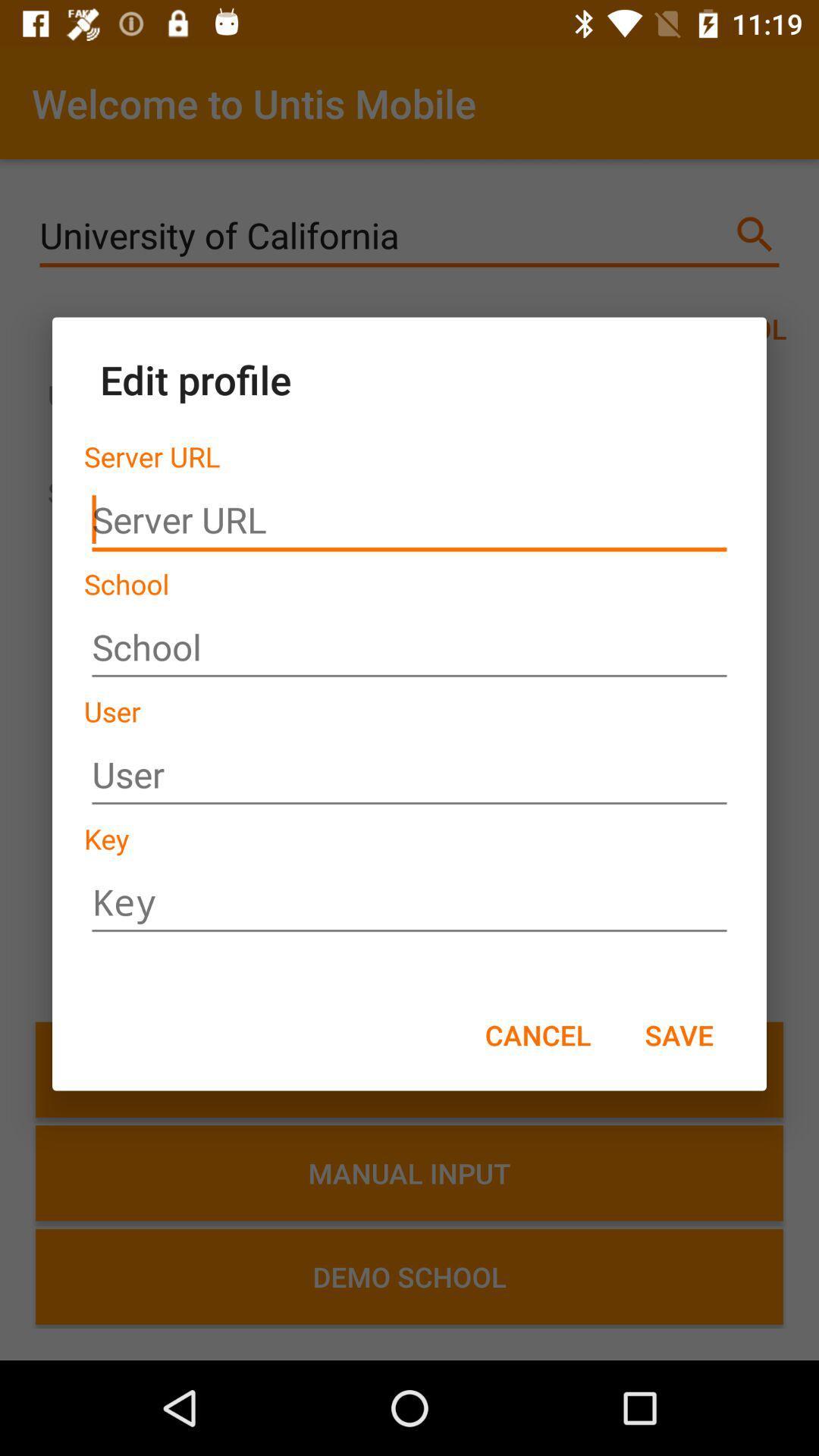 The width and height of the screenshot is (819, 1456). Describe the element at coordinates (537, 1034) in the screenshot. I see `item to the left of save` at that location.